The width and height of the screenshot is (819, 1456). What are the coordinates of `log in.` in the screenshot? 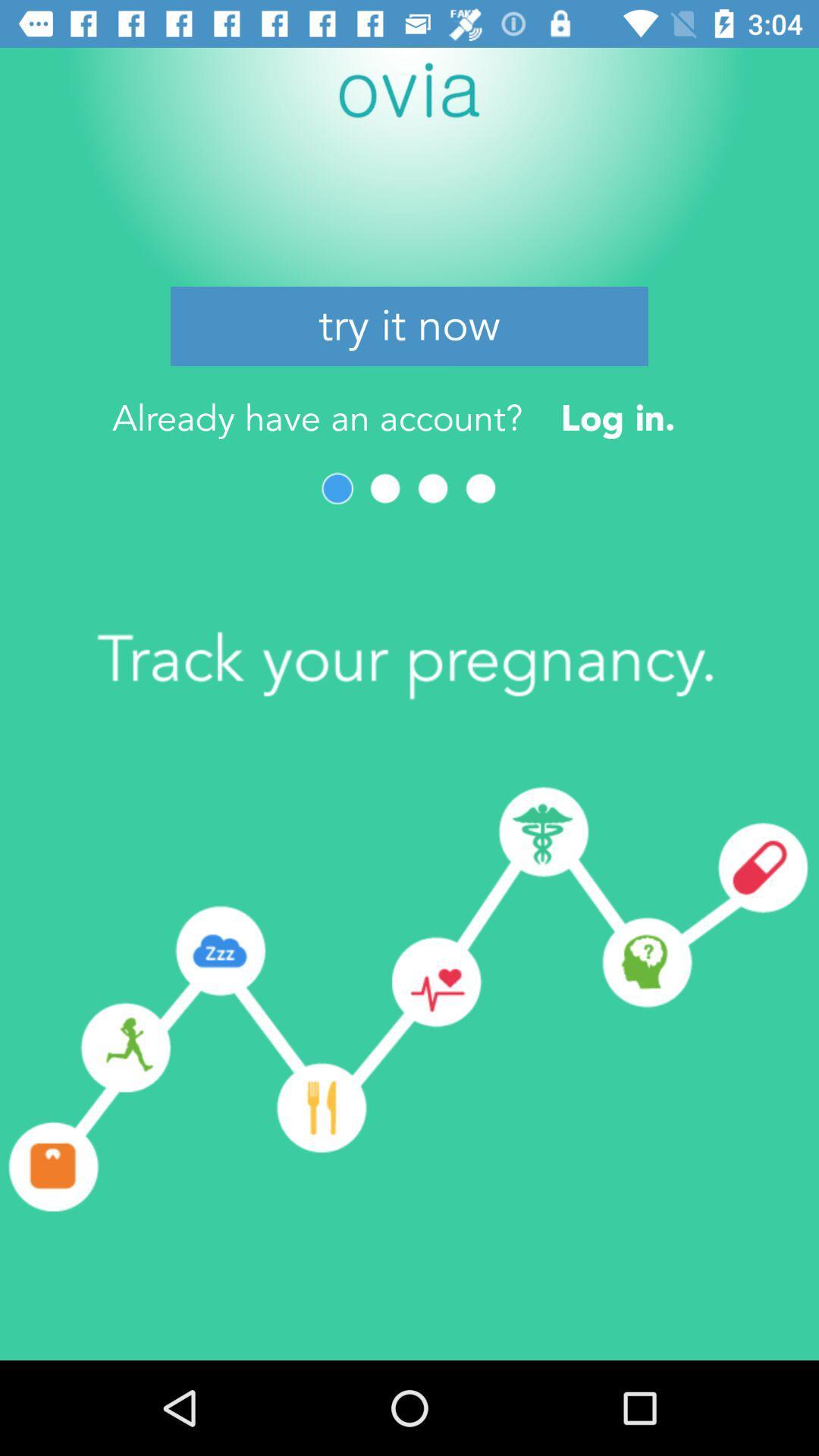 It's located at (618, 418).